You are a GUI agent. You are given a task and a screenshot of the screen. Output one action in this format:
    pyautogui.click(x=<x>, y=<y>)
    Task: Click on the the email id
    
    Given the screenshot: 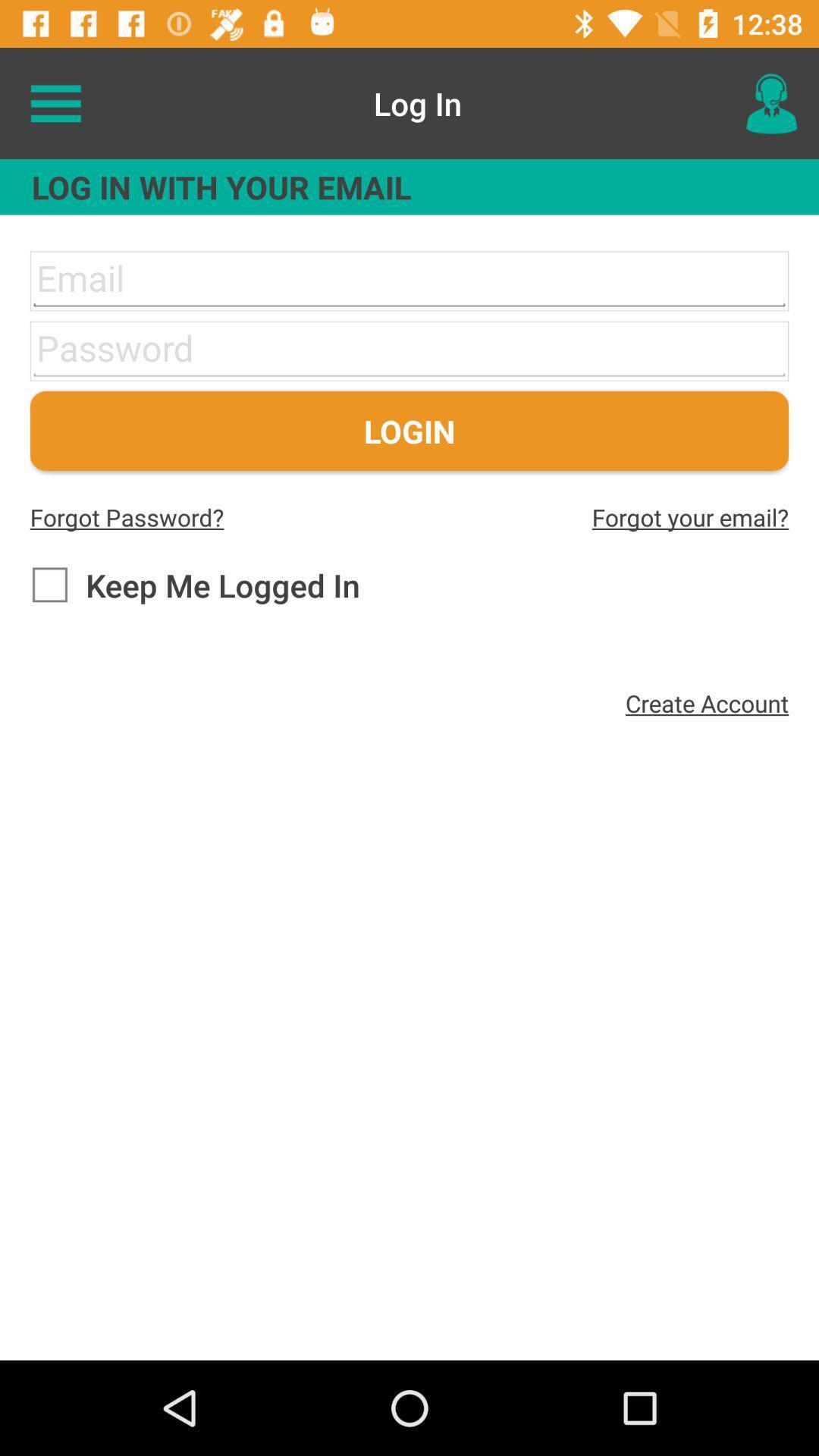 What is the action you would take?
    pyautogui.click(x=409, y=281)
    